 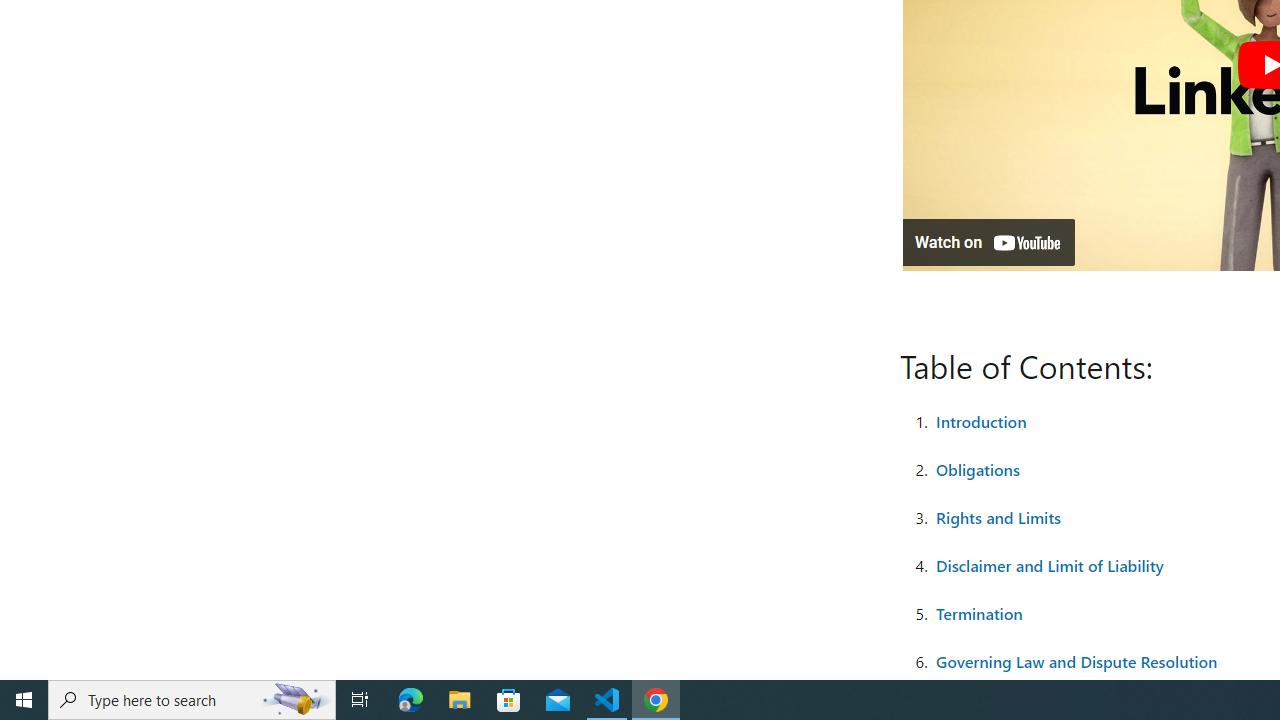 What do you see at coordinates (988, 241) in the screenshot?
I see `'Watch on YouTube'` at bounding box center [988, 241].